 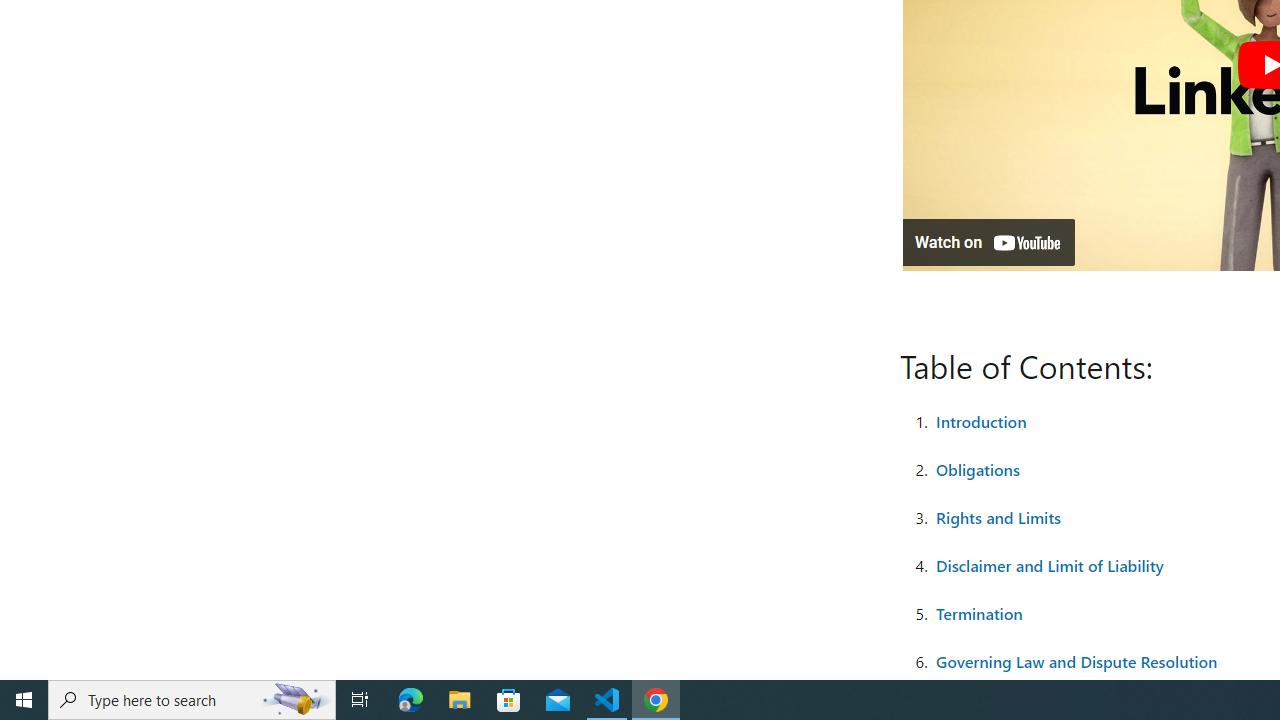 What do you see at coordinates (988, 241) in the screenshot?
I see `'Watch on YouTube'` at bounding box center [988, 241].